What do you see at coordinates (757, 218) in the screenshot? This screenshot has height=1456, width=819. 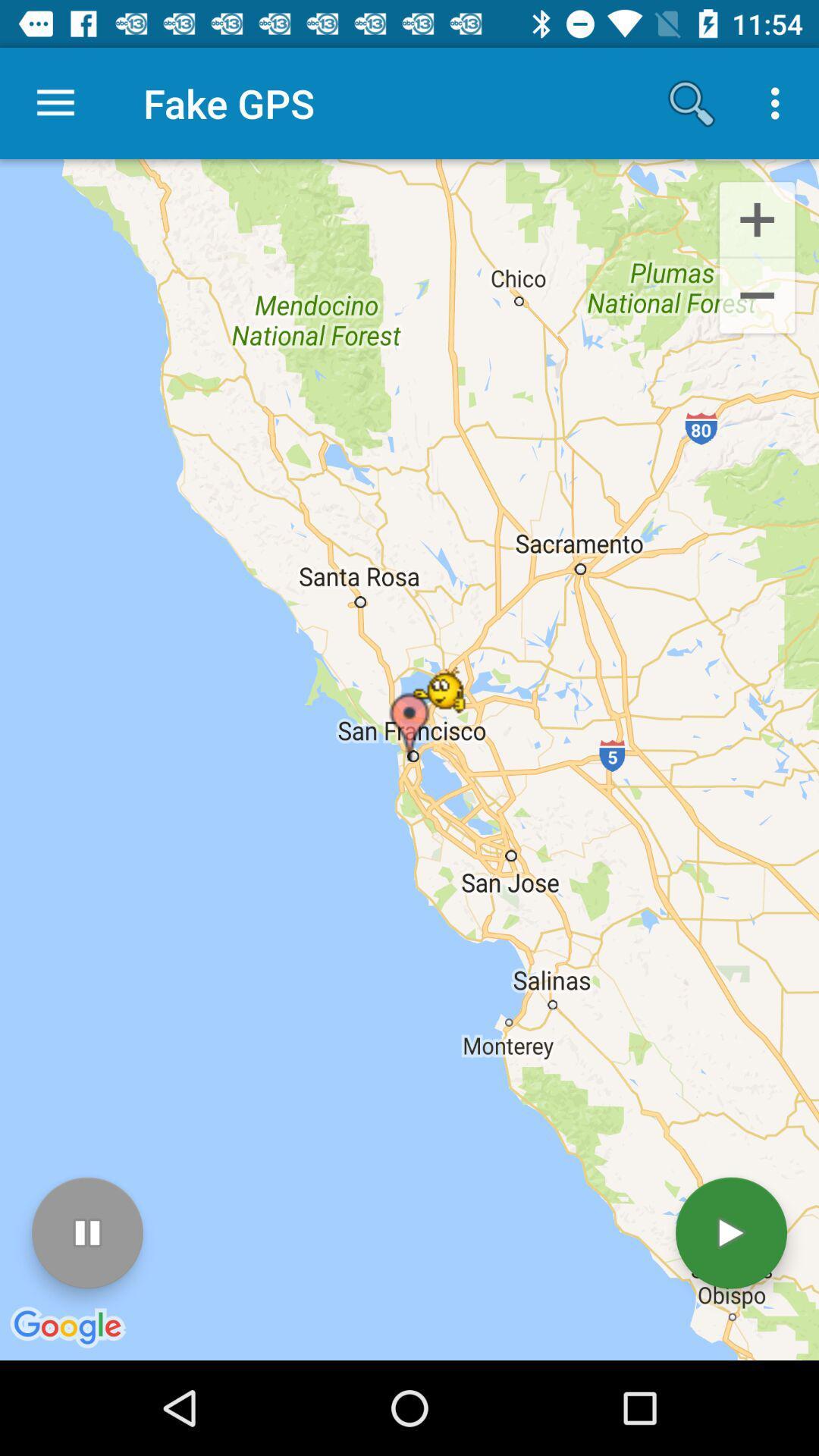 I see `the add icon` at bounding box center [757, 218].